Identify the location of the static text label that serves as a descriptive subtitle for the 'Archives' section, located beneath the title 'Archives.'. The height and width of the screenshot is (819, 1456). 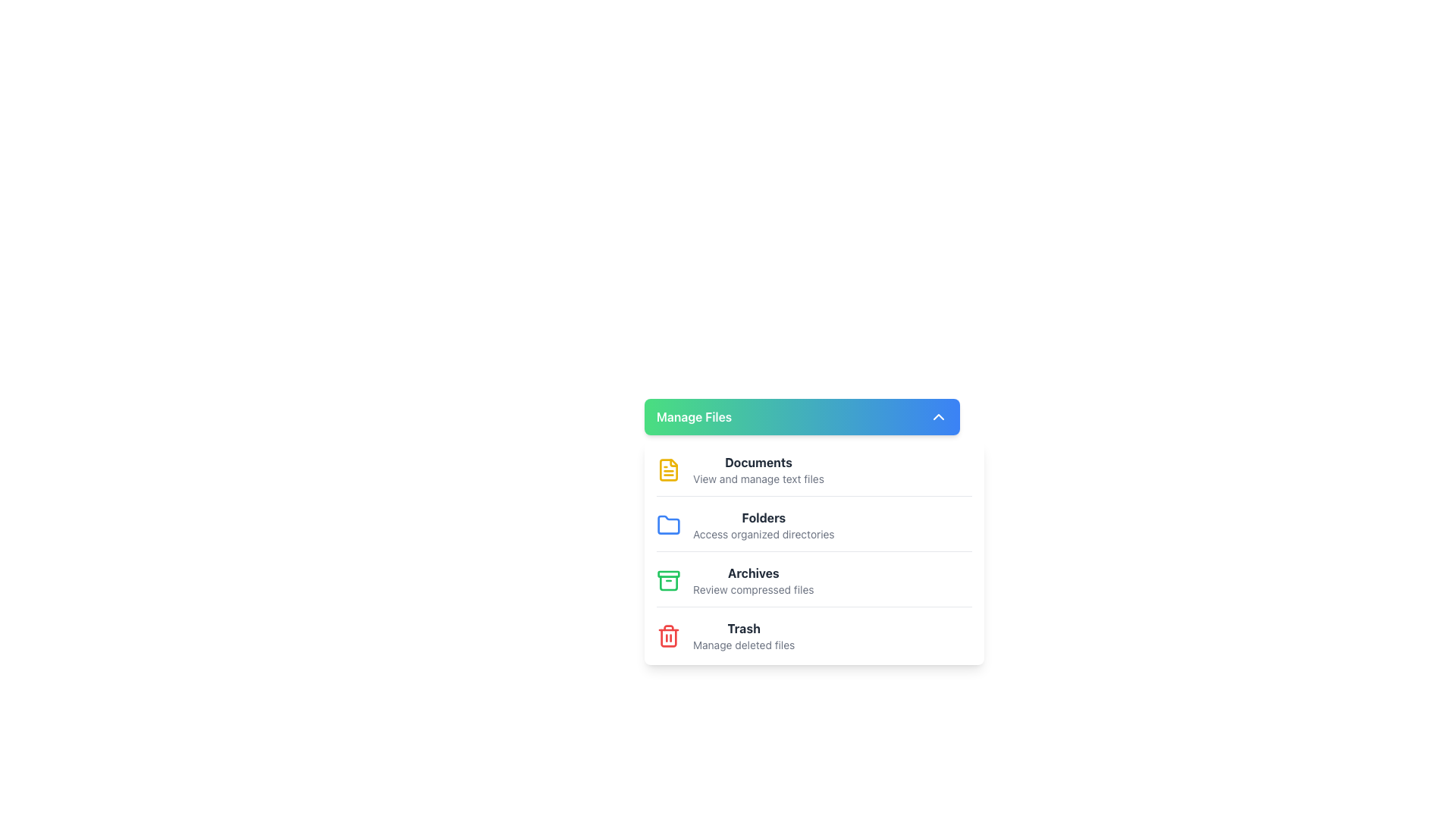
(753, 589).